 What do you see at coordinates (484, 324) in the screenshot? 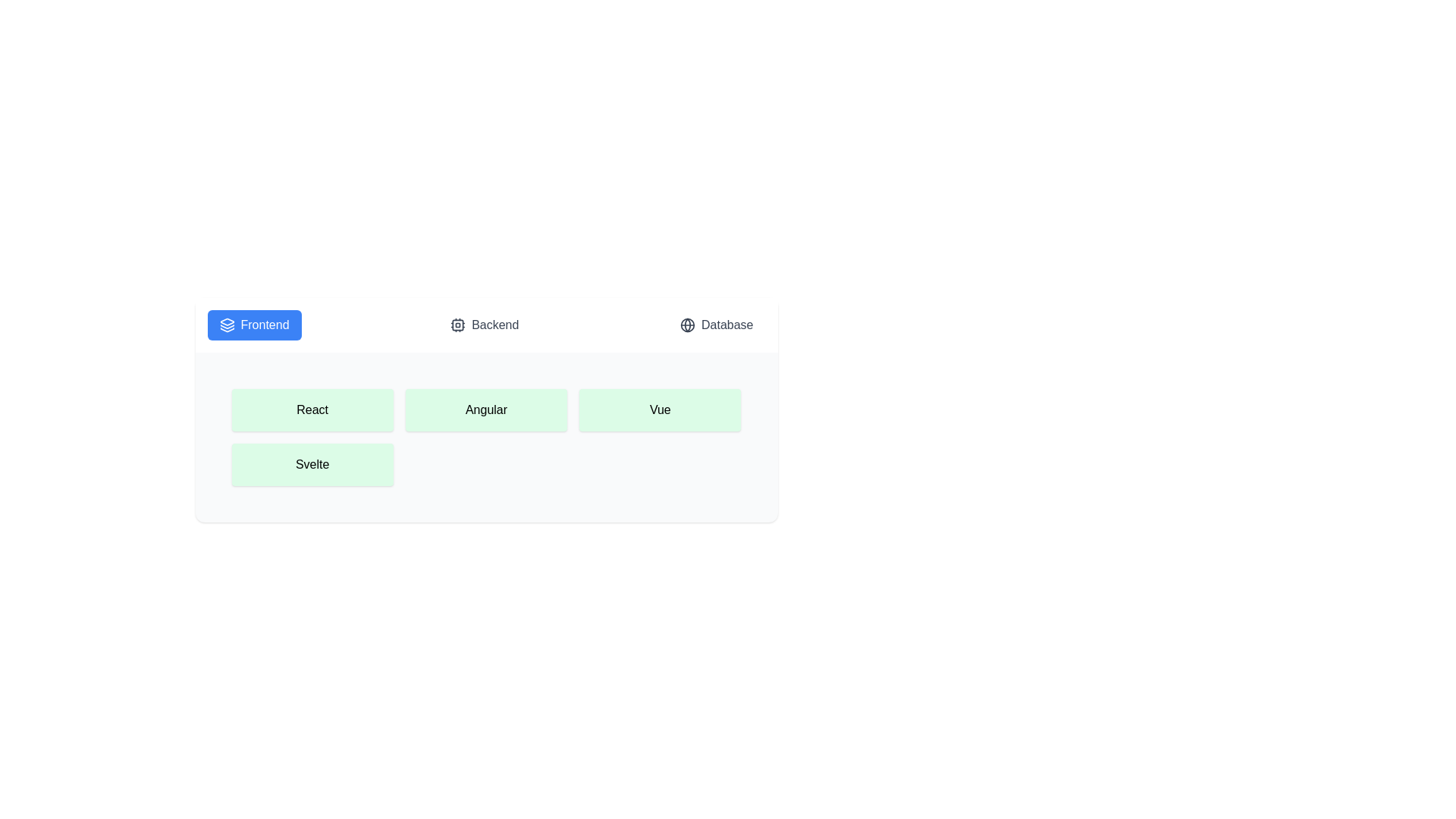
I see `the Backend tab to switch to it` at bounding box center [484, 324].